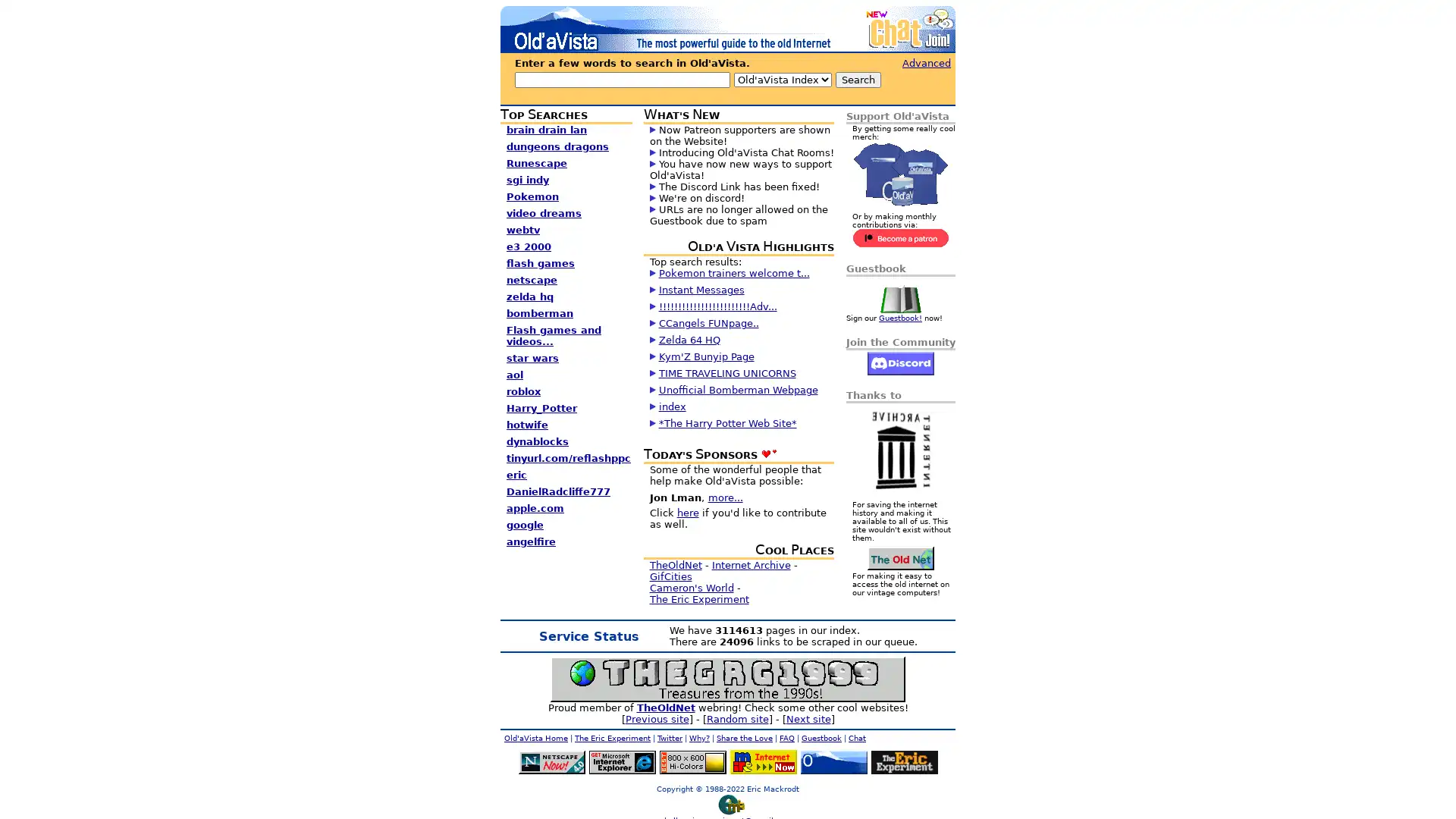 This screenshot has height=819, width=1456. What do you see at coordinates (858, 80) in the screenshot?
I see `Search` at bounding box center [858, 80].